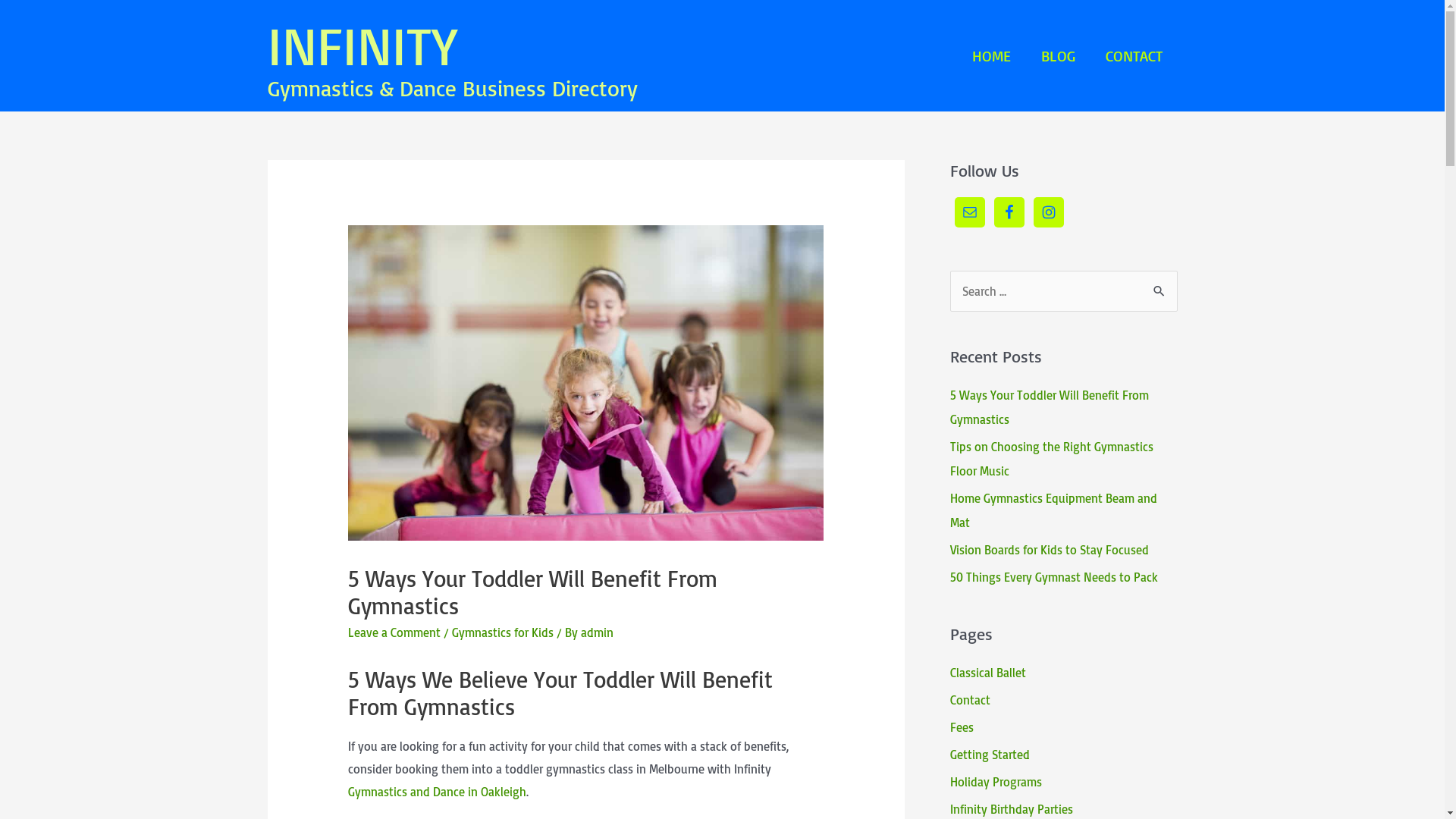 This screenshot has width=1456, height=819. Describe the element at coordinates (1047, 406) in the screenshot. I see `'5 Ways Your Toddler Will Benefit From Gymnastics'` at that location.